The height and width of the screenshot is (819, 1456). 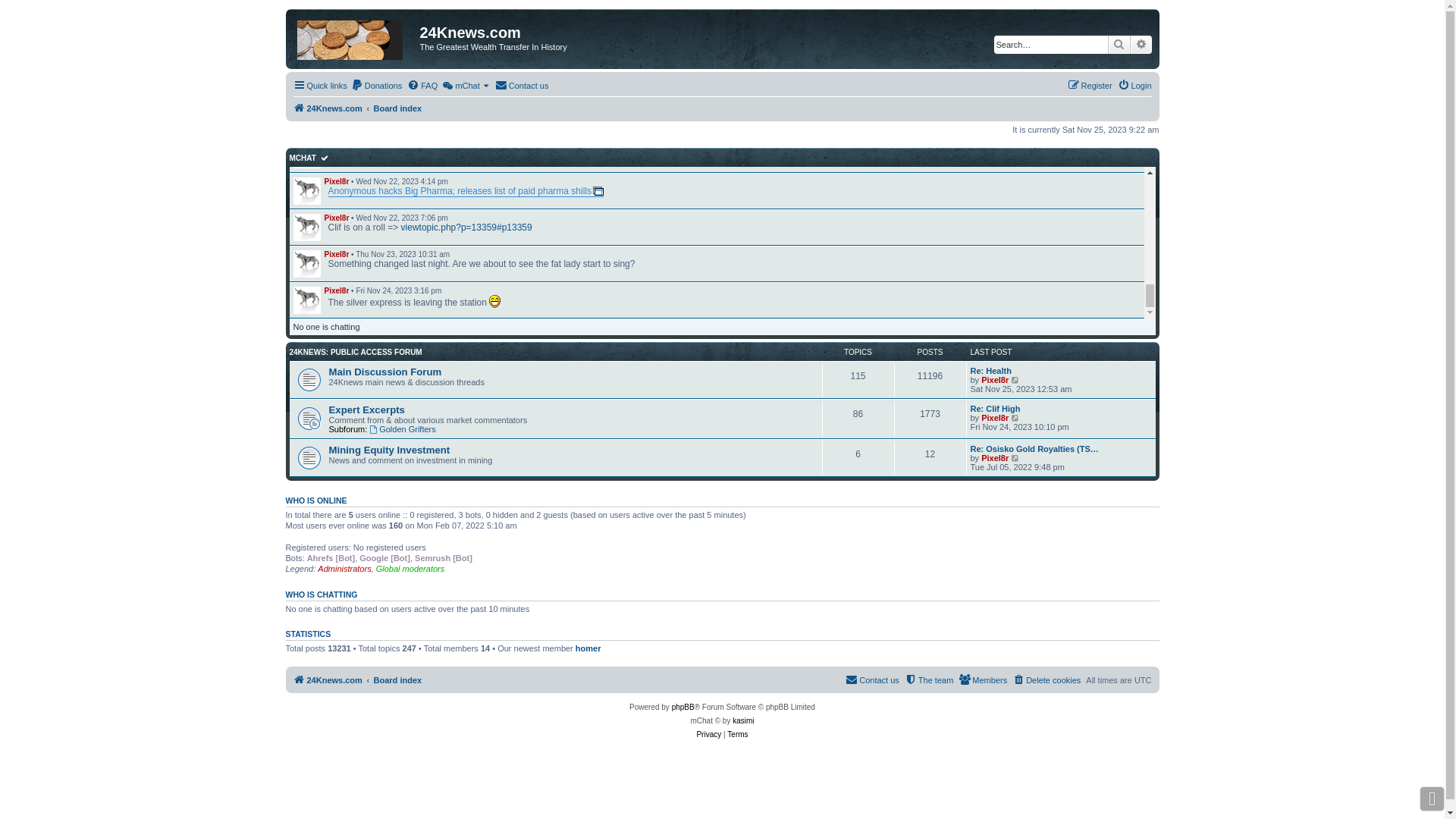 I want to click on 'Search for keywords', so click(x=1050, y=43).